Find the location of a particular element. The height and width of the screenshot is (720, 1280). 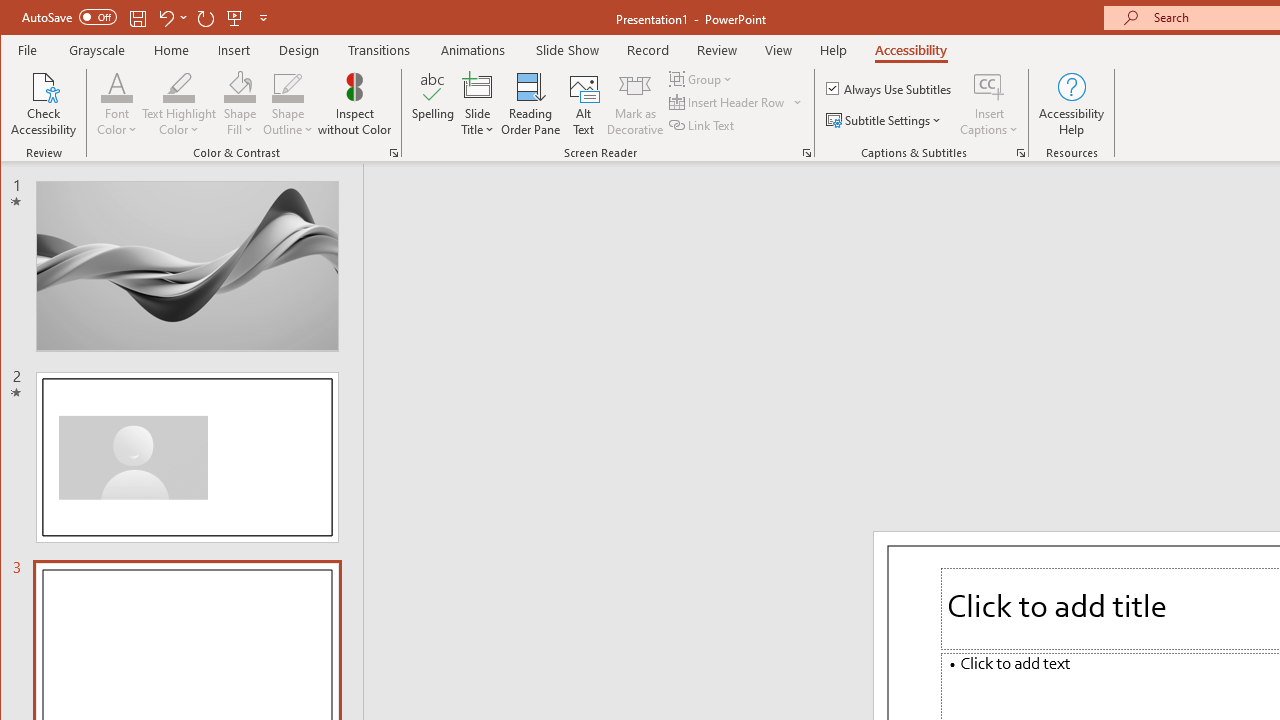

'Captions & Subtitles' is located at coordinates (1020, 152).